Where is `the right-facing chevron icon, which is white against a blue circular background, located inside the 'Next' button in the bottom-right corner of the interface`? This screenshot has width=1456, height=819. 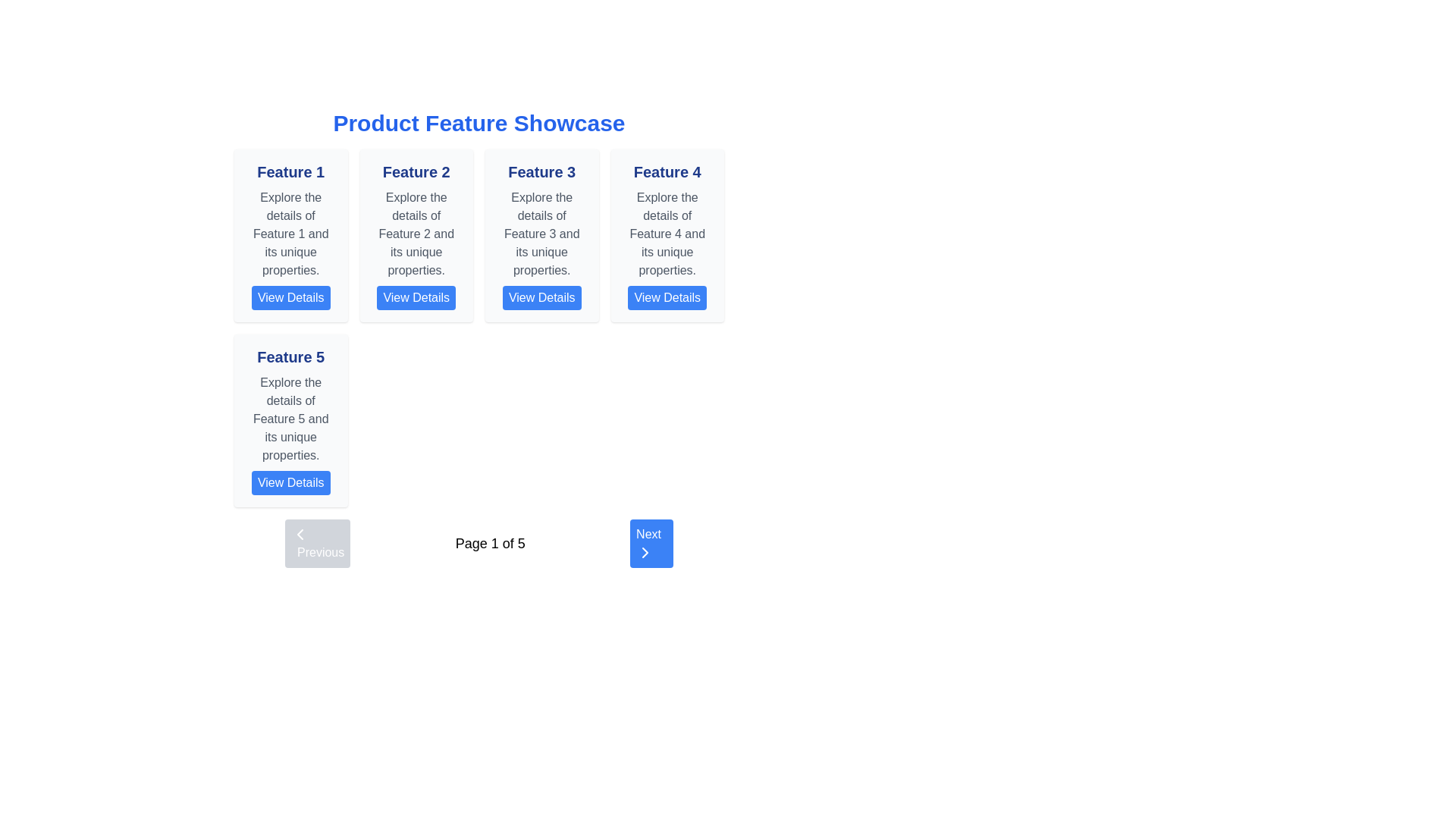
the right-facing chevron icon, which is white against a blue circular background, located inside the 'Next' button in the bottom-right corner of the interface is located at coordinates (645, 553).